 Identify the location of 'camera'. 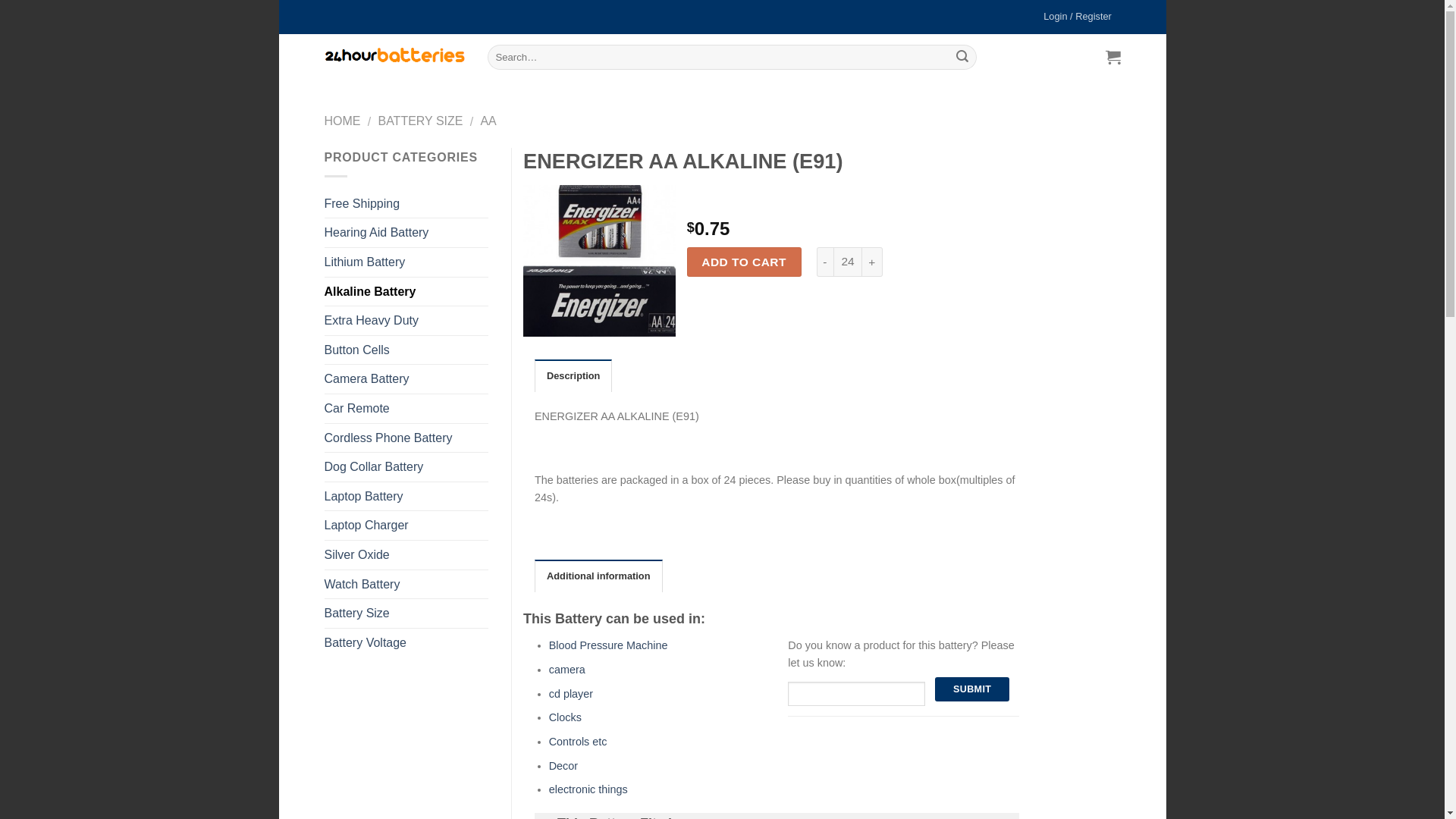
(566, 669).